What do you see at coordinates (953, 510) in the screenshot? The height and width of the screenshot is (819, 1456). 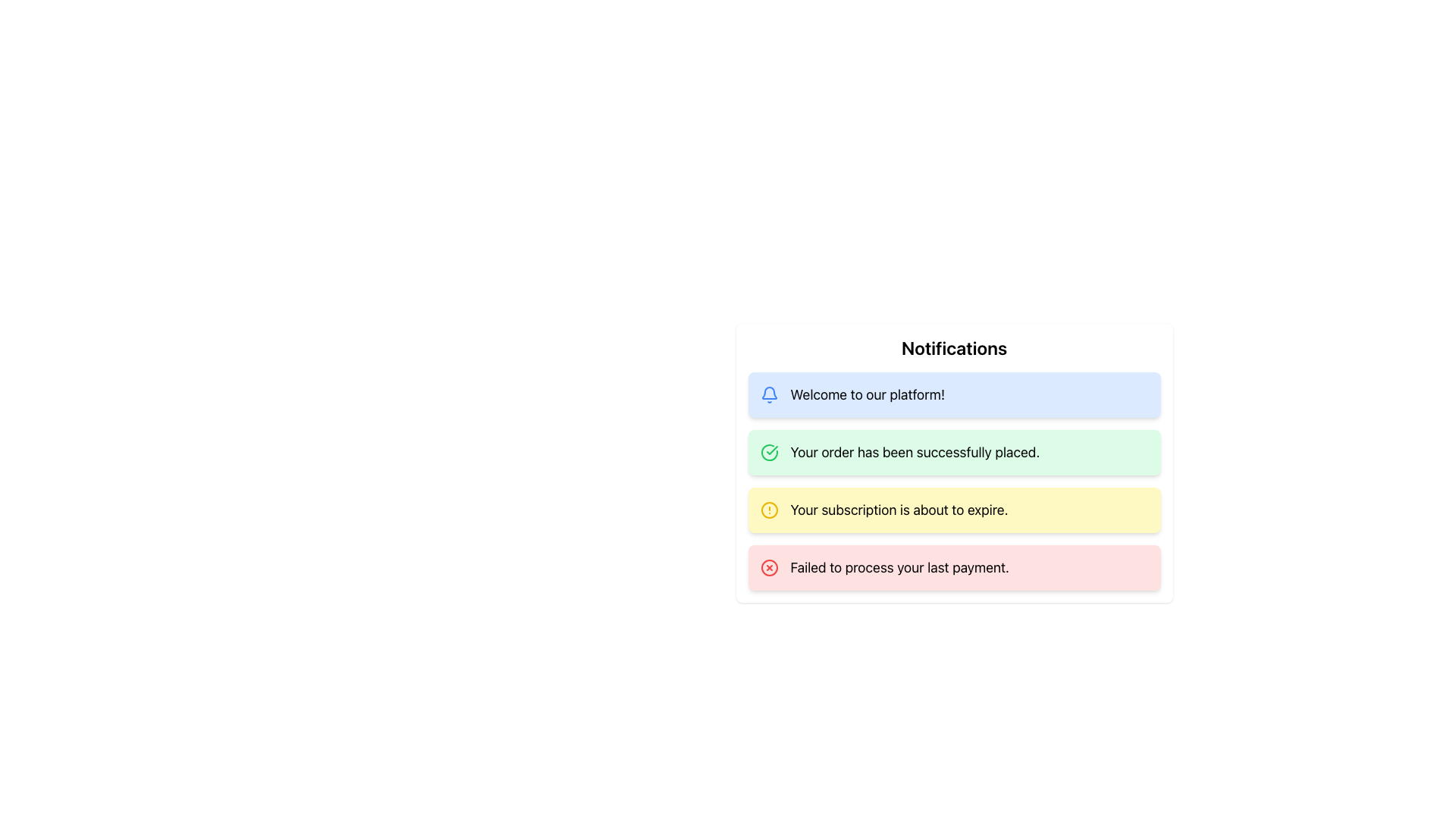 I see `notification message indicating that the subscription is about to expire, which features a yellow background and a warning icon` at bounding box center [953, 510].